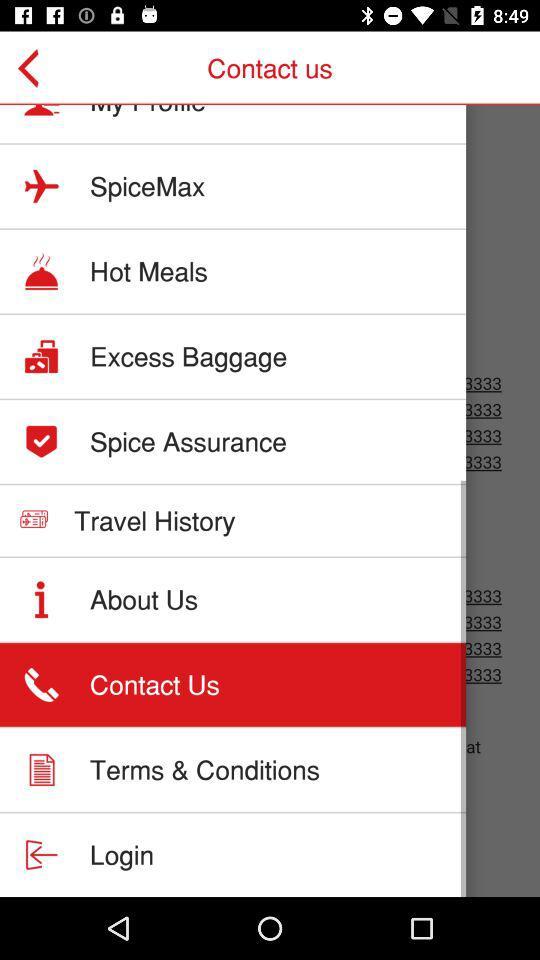 The width and height of the screenshot is (540, 960). What do you see at coordinates (146, 110) in the screenshot?
I see `my profile icon` at bounding box center [146, 110].